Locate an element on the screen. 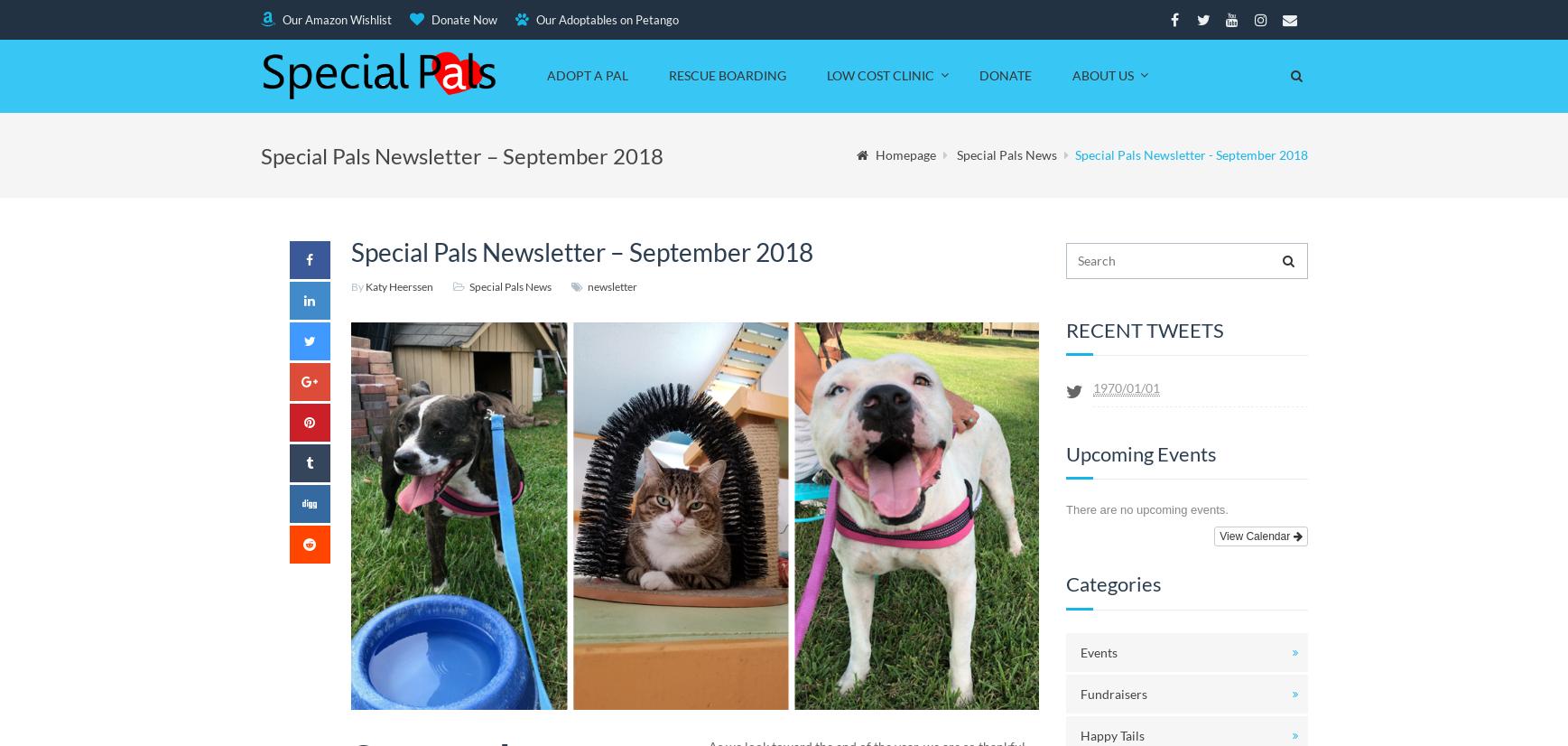 The width and height of the screenshot is (1568, 746). 'By' is located at coordinates (357, 286).